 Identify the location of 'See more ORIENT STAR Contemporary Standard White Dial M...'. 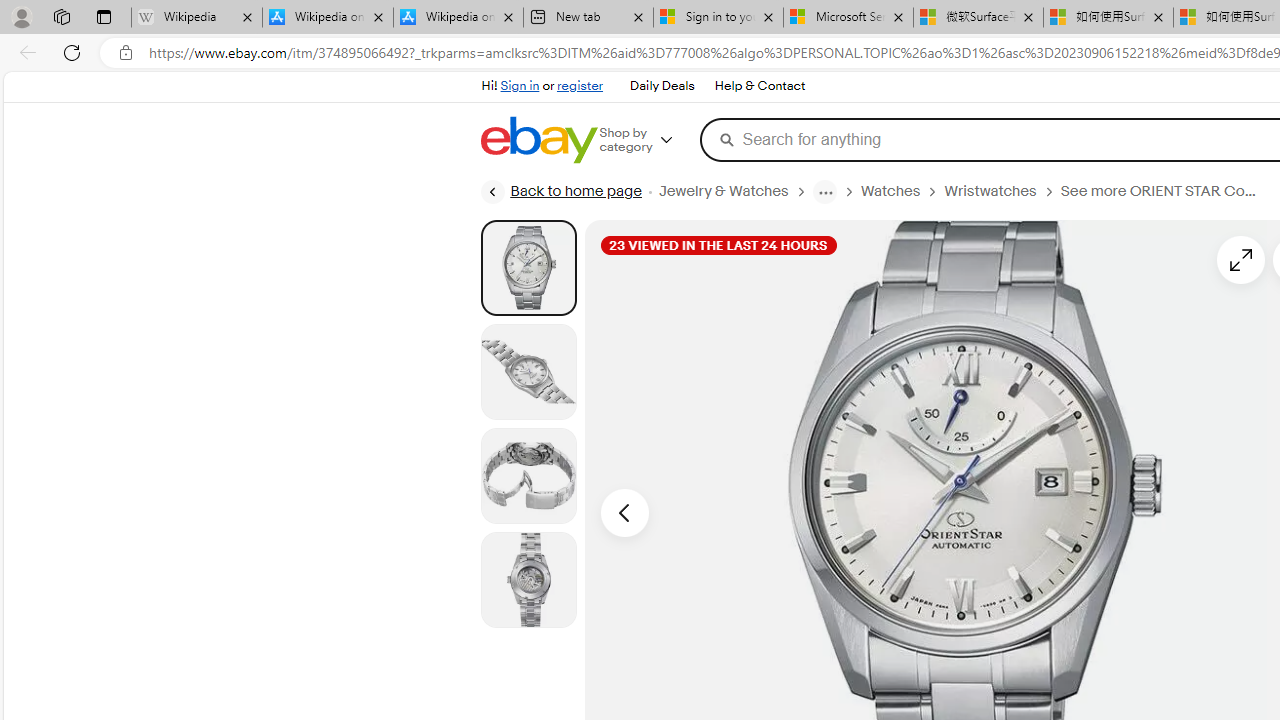
(1160, 191).